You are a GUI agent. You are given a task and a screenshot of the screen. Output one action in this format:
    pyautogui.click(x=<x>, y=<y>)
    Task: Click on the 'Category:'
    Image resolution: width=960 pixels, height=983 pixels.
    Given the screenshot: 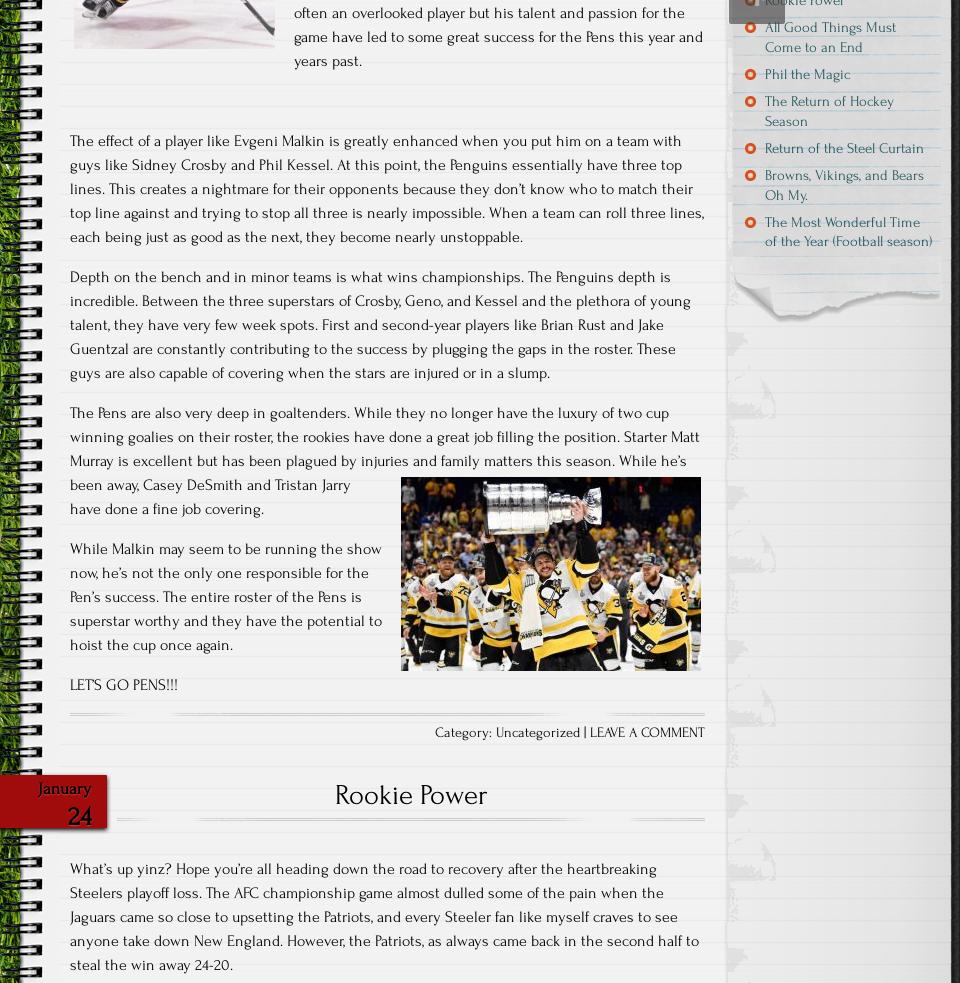 What is the action you would take?
    pyautogui.click(x=465, y=731)
    